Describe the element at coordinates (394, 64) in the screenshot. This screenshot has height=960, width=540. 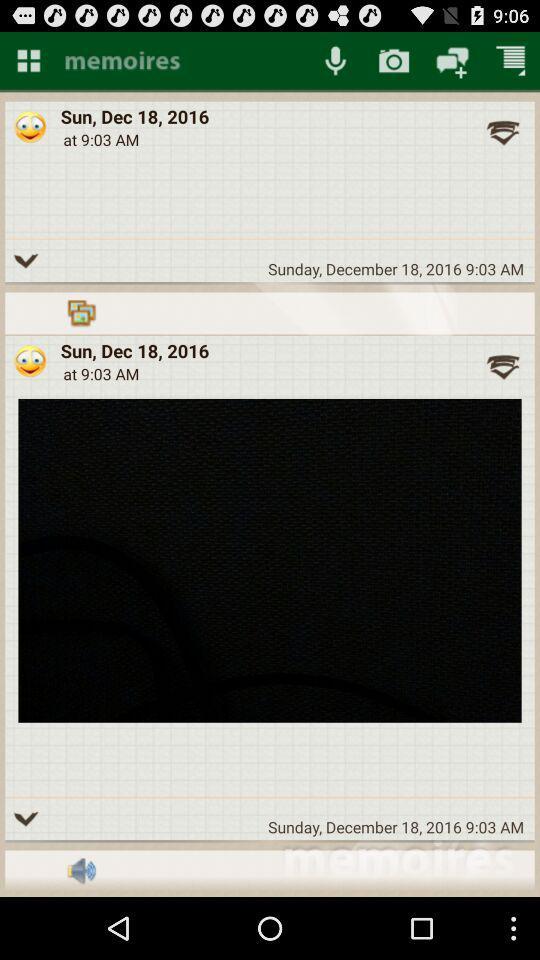
I see `the photo icon` at that location.